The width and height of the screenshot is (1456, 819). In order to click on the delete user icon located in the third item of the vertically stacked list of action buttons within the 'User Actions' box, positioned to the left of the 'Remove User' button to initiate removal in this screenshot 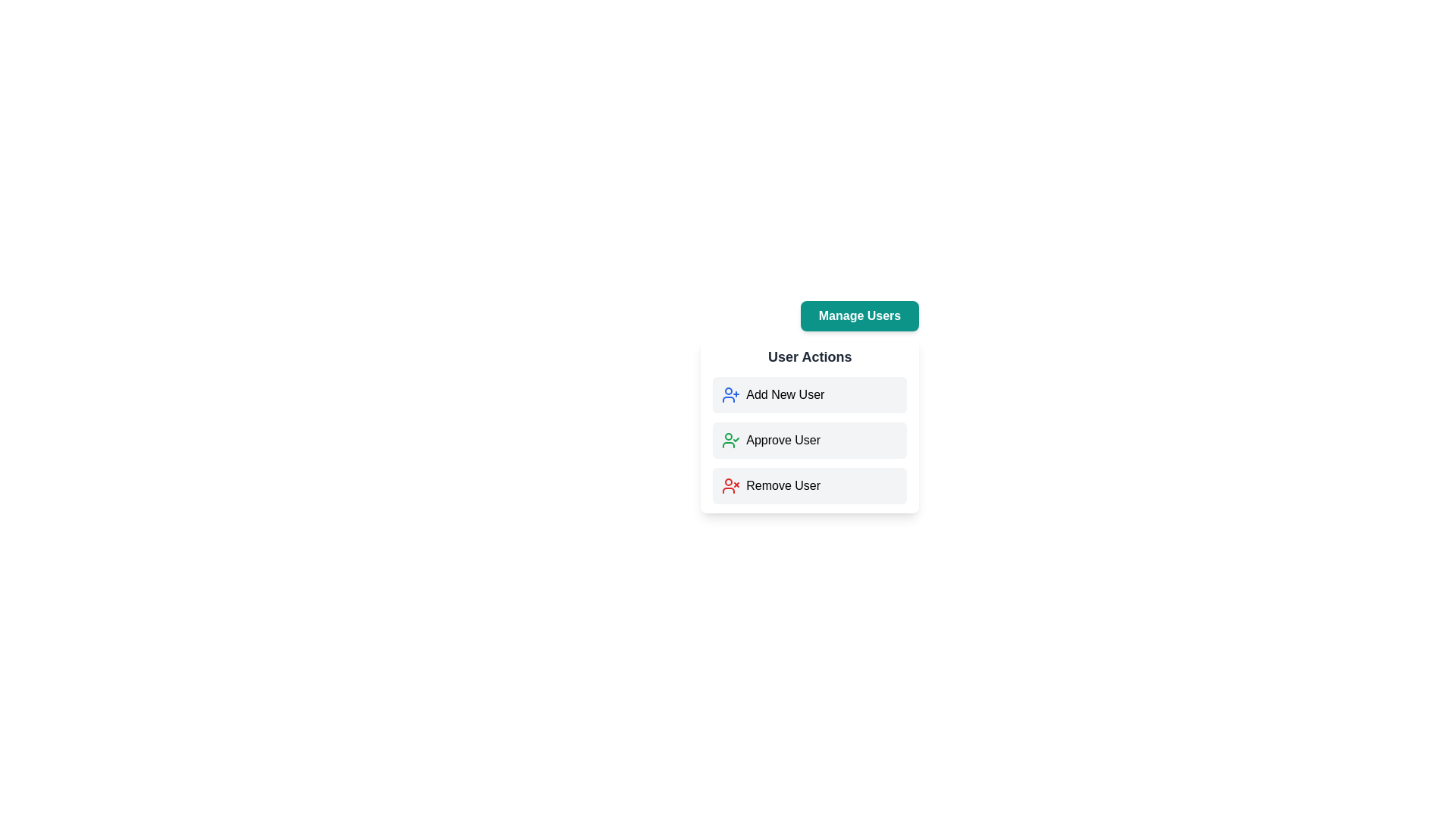, I will do `click(731, 485)`.